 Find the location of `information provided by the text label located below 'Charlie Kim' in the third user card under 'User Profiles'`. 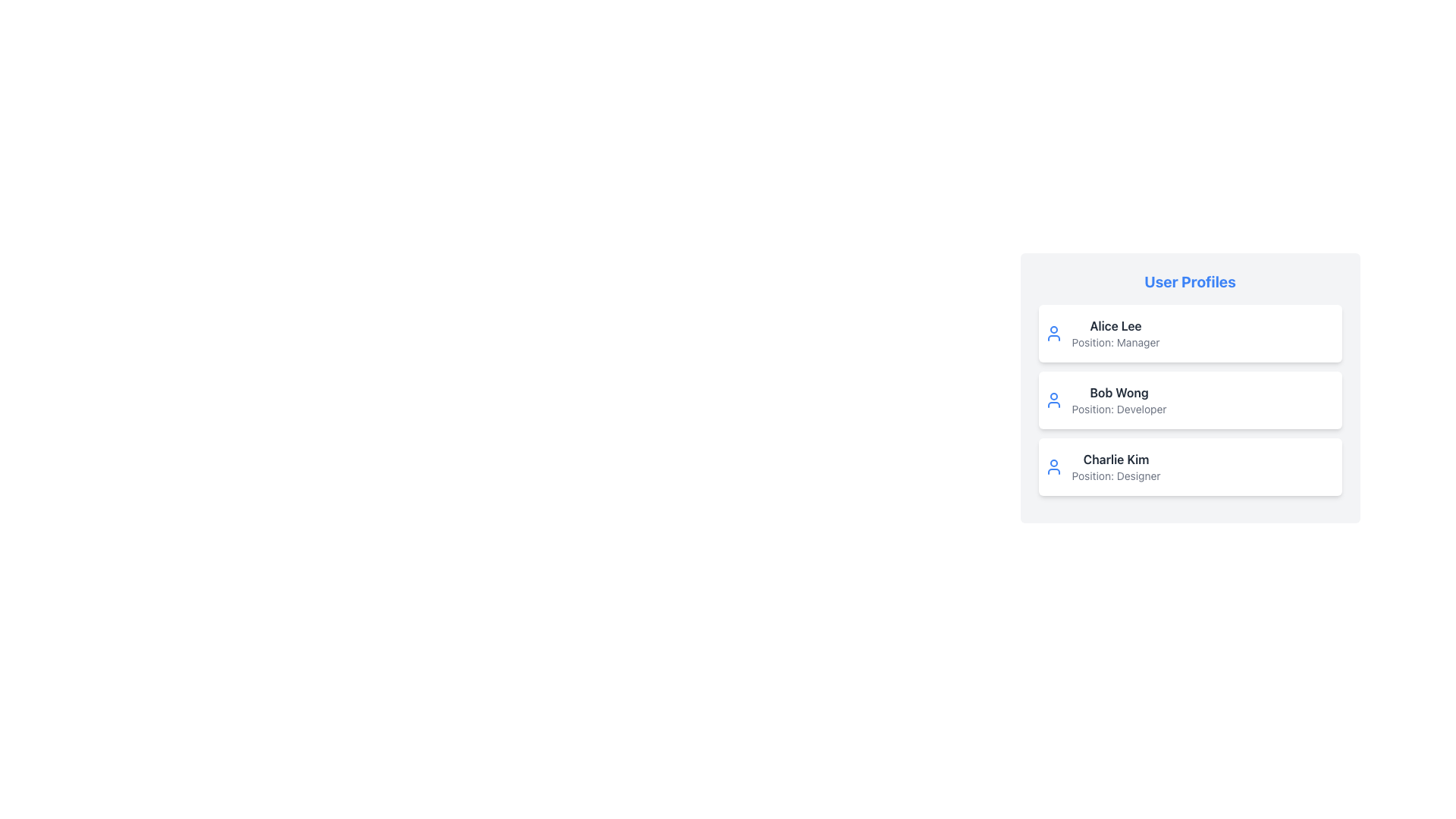

information provided by the text label located below 'Charlie Kim' in the third user card under 'User Profiles' is located at coordinates (1116, 475).